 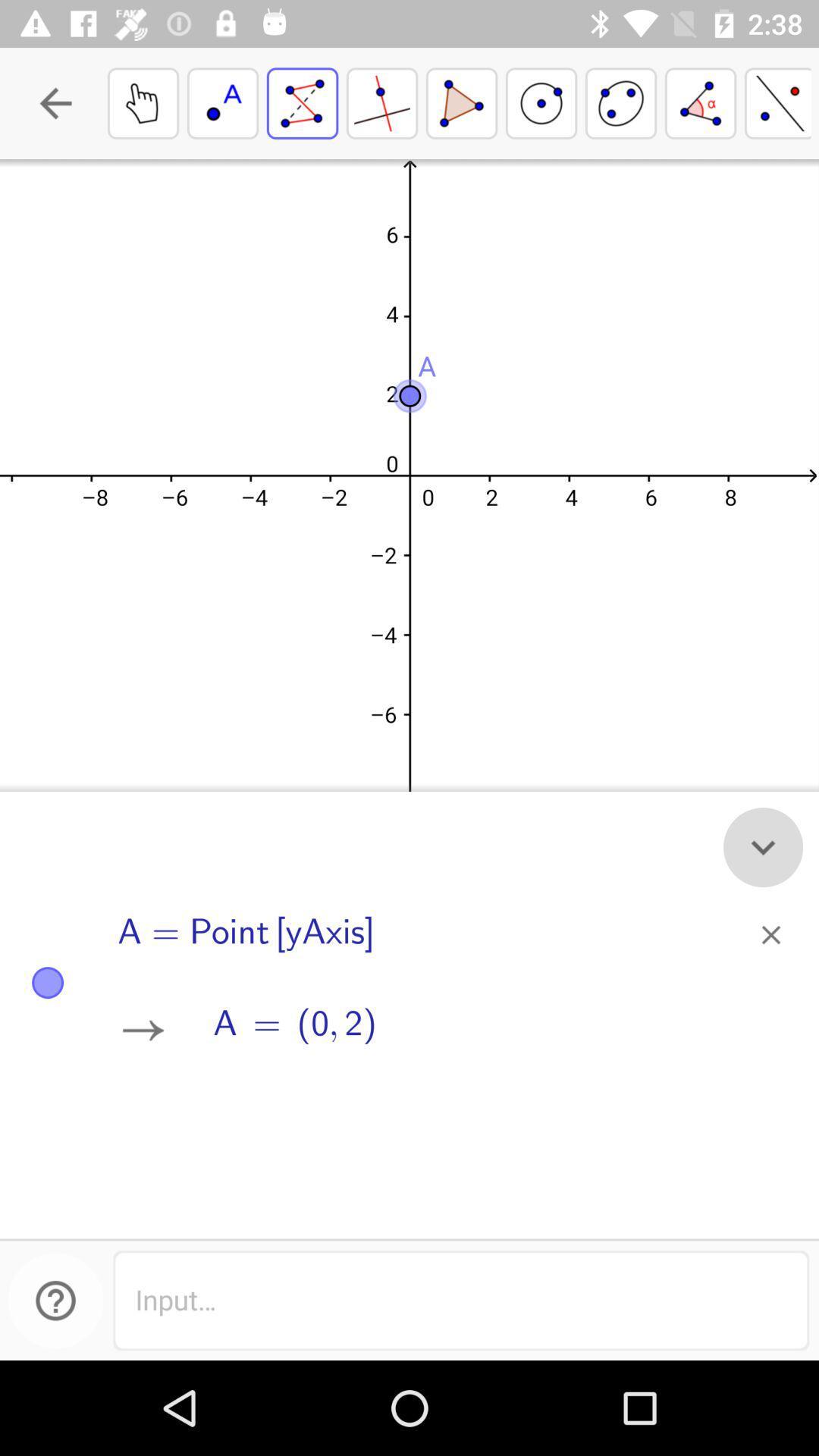 I want to click on the fifth box from the top right corner, so click(x=461, y=102).